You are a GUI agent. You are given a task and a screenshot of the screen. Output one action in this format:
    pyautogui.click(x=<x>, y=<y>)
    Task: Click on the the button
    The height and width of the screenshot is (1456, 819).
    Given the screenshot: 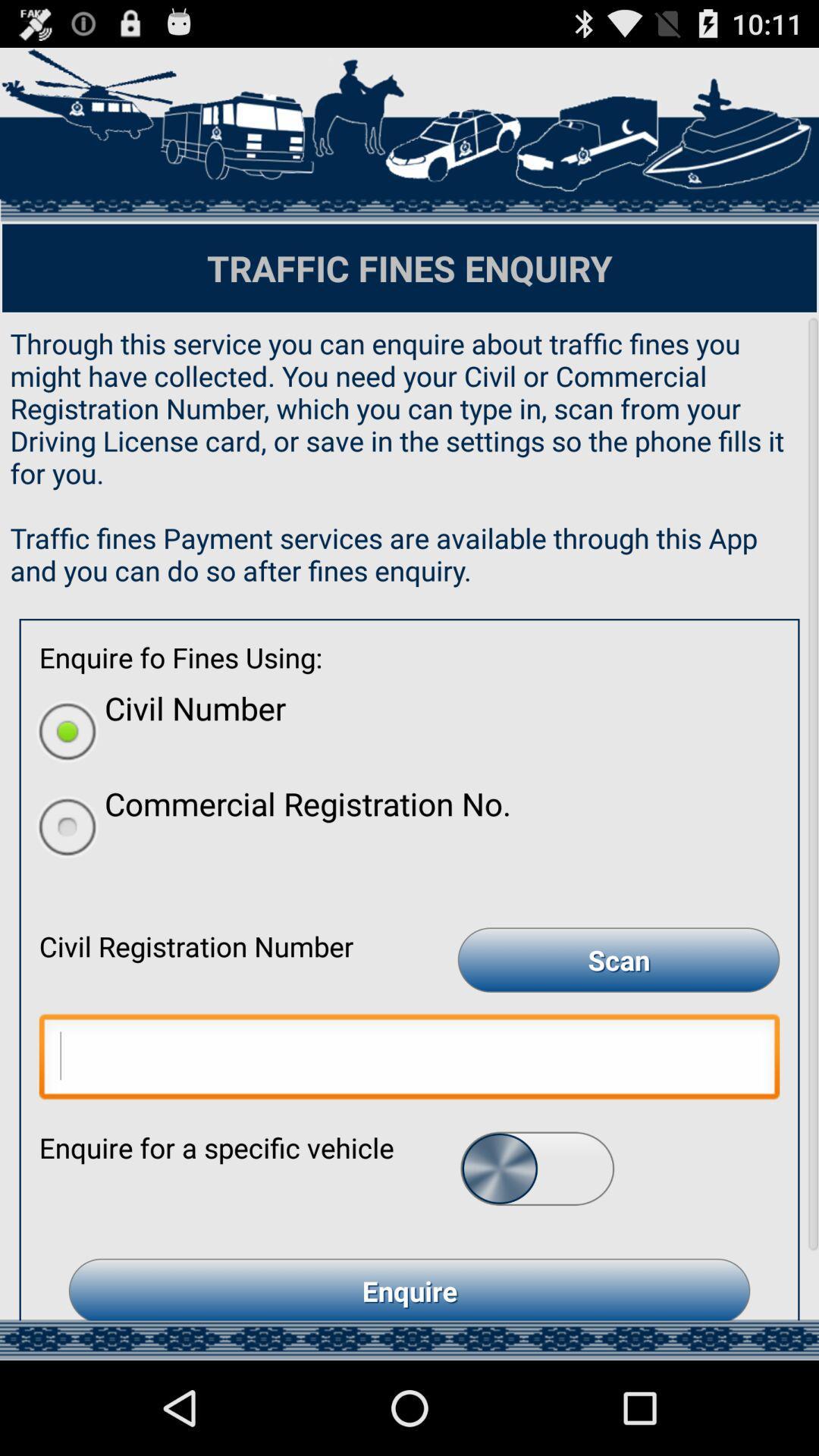 What is the action you would take?
    pyautogui.click(x=536, y=1168)
    